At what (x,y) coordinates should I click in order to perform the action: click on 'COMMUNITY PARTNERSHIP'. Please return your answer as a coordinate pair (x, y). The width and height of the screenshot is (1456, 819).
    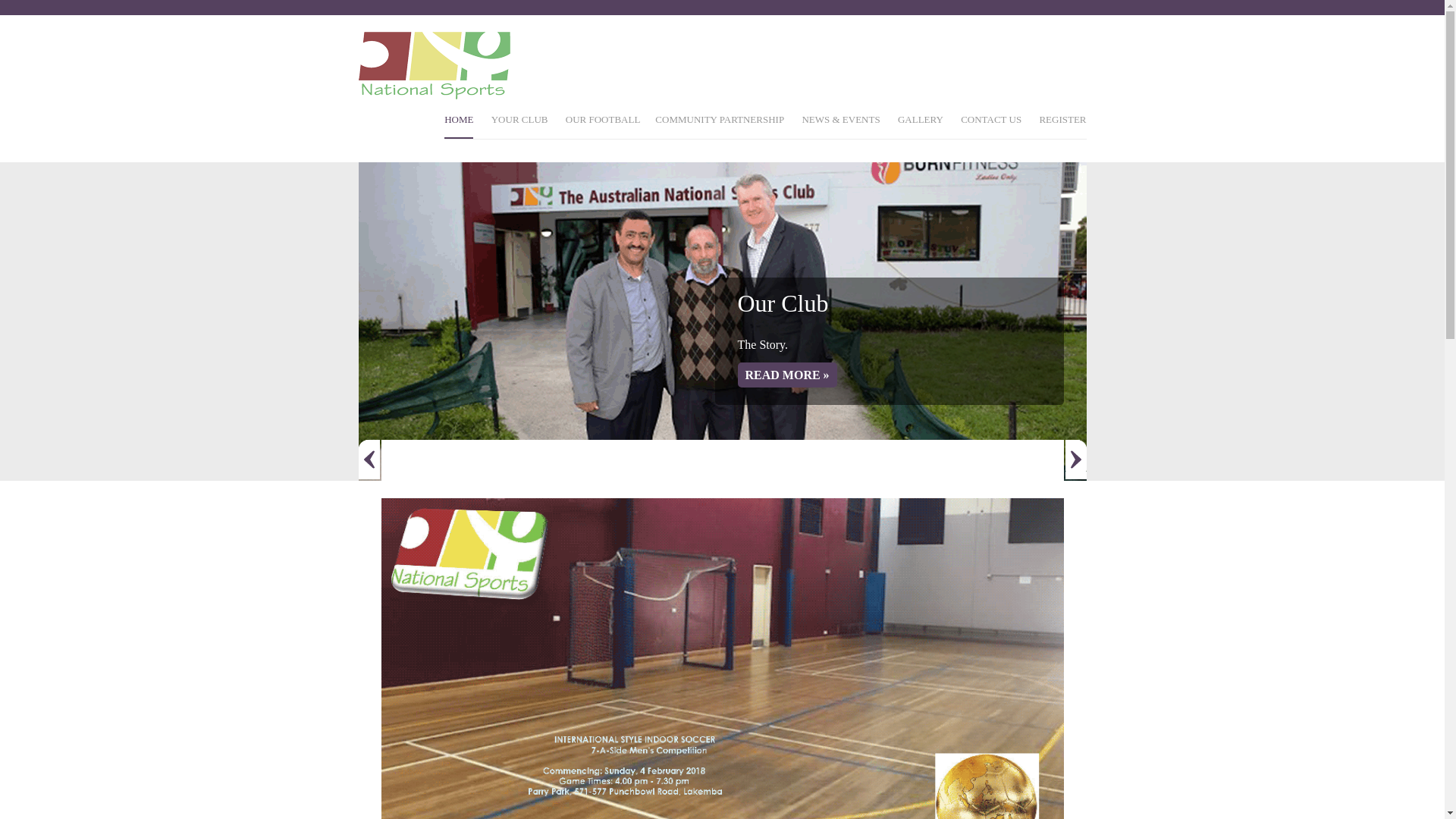
    Looking at the image, I should click on (655, 125).